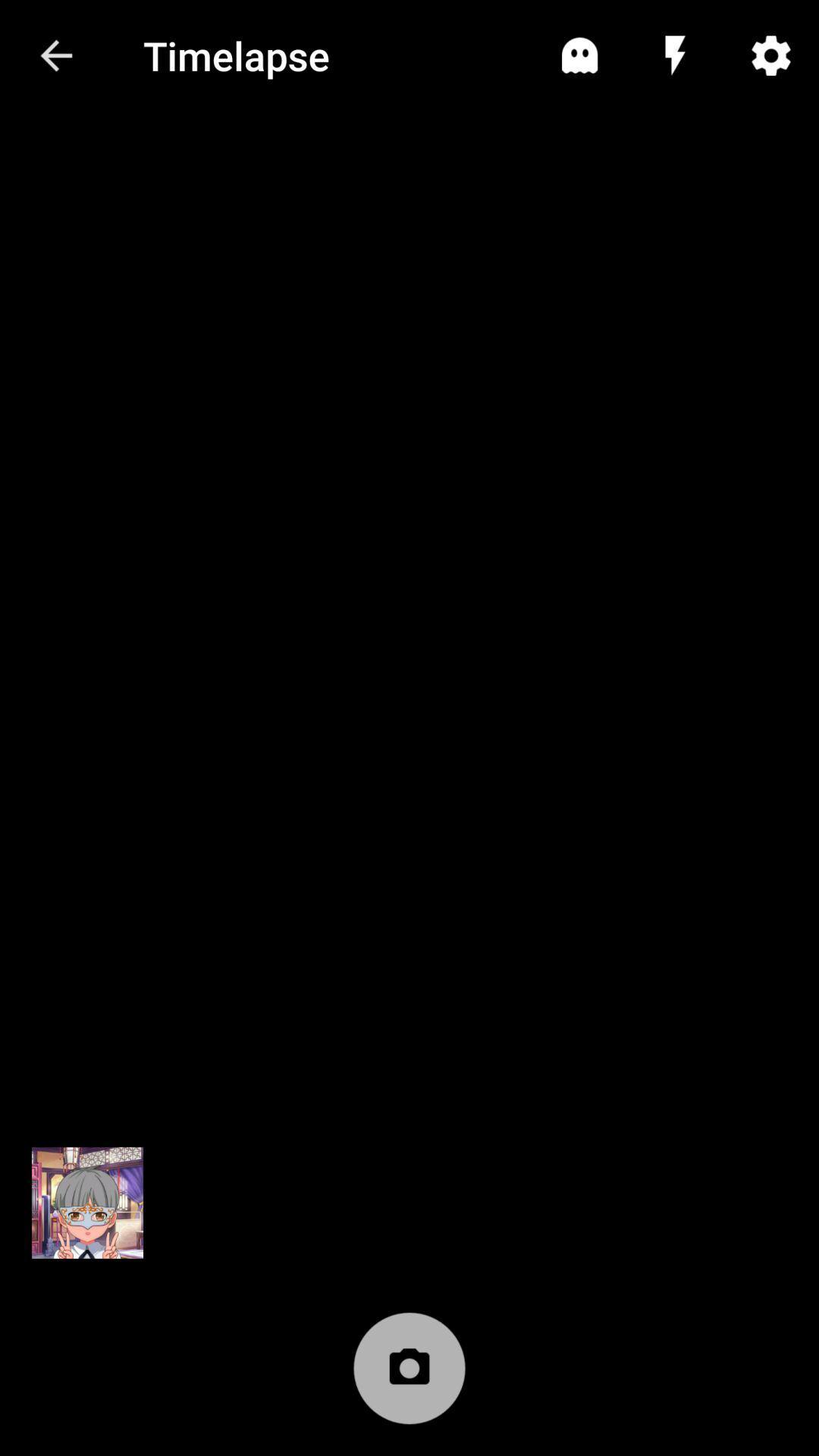 The width and height of the screenshot is (819, 1456). Describe the element at coordinates (409, 1376) in the screenshot. I see `icon at the bottom` at that location.